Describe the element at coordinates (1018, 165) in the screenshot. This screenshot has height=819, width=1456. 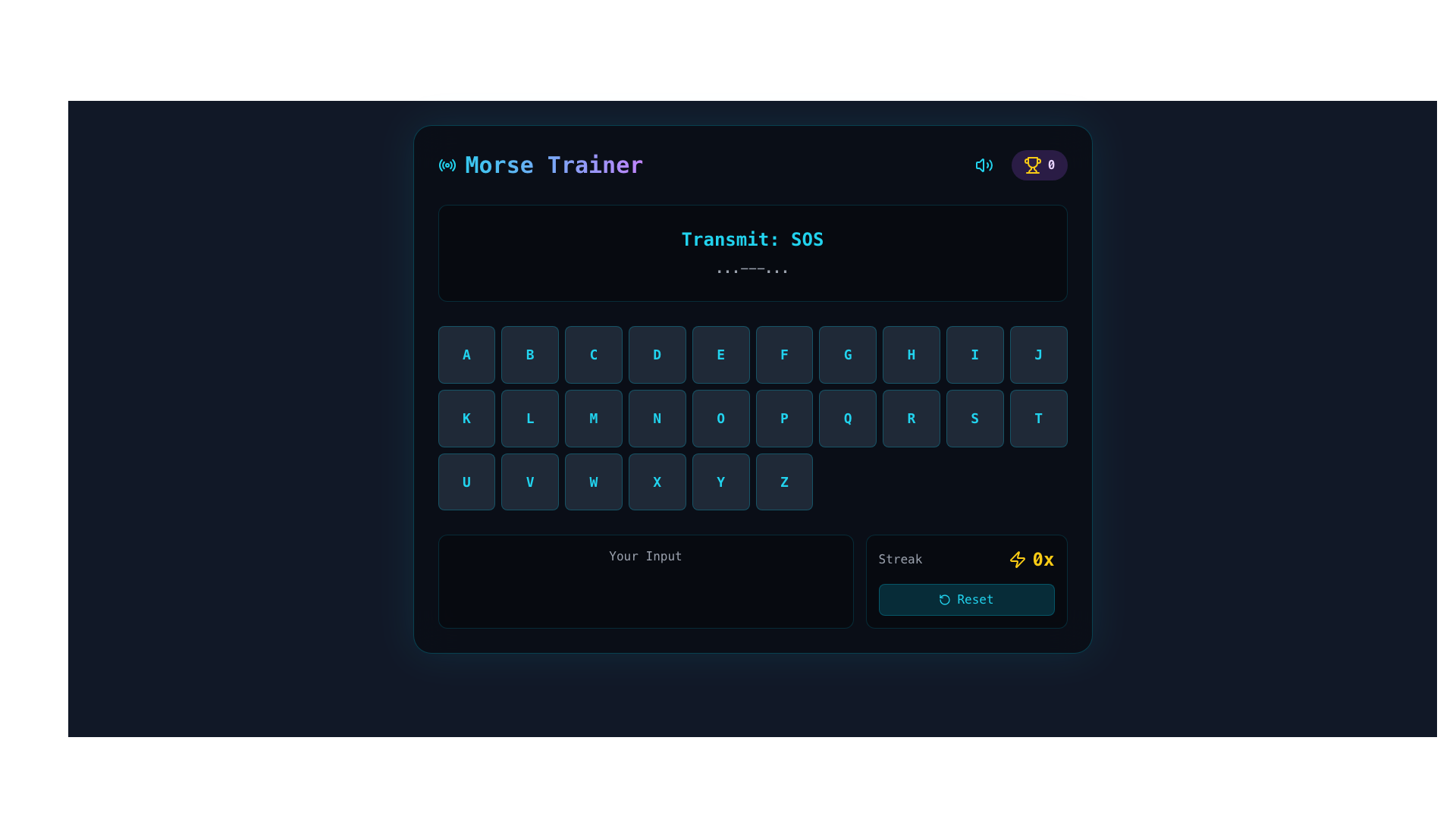
I see `the Score indicator located in the top right section of the application interface, adjacent to the blue speaker icon` at that location.